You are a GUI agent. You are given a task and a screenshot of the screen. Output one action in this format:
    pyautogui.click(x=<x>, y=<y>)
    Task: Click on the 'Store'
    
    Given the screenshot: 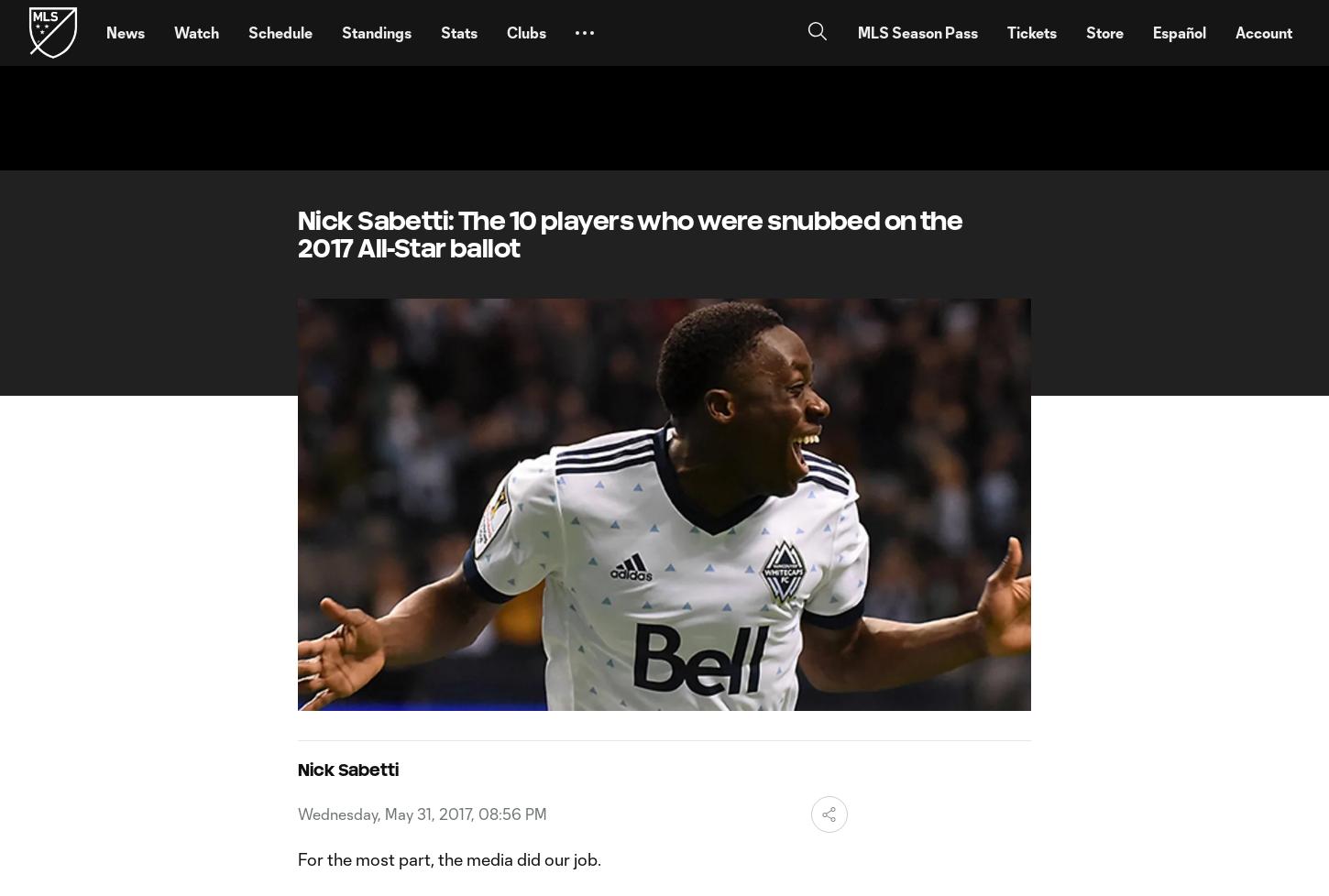 What is the action you would take?
    pyautogui.click(x=1084, y=32)
    